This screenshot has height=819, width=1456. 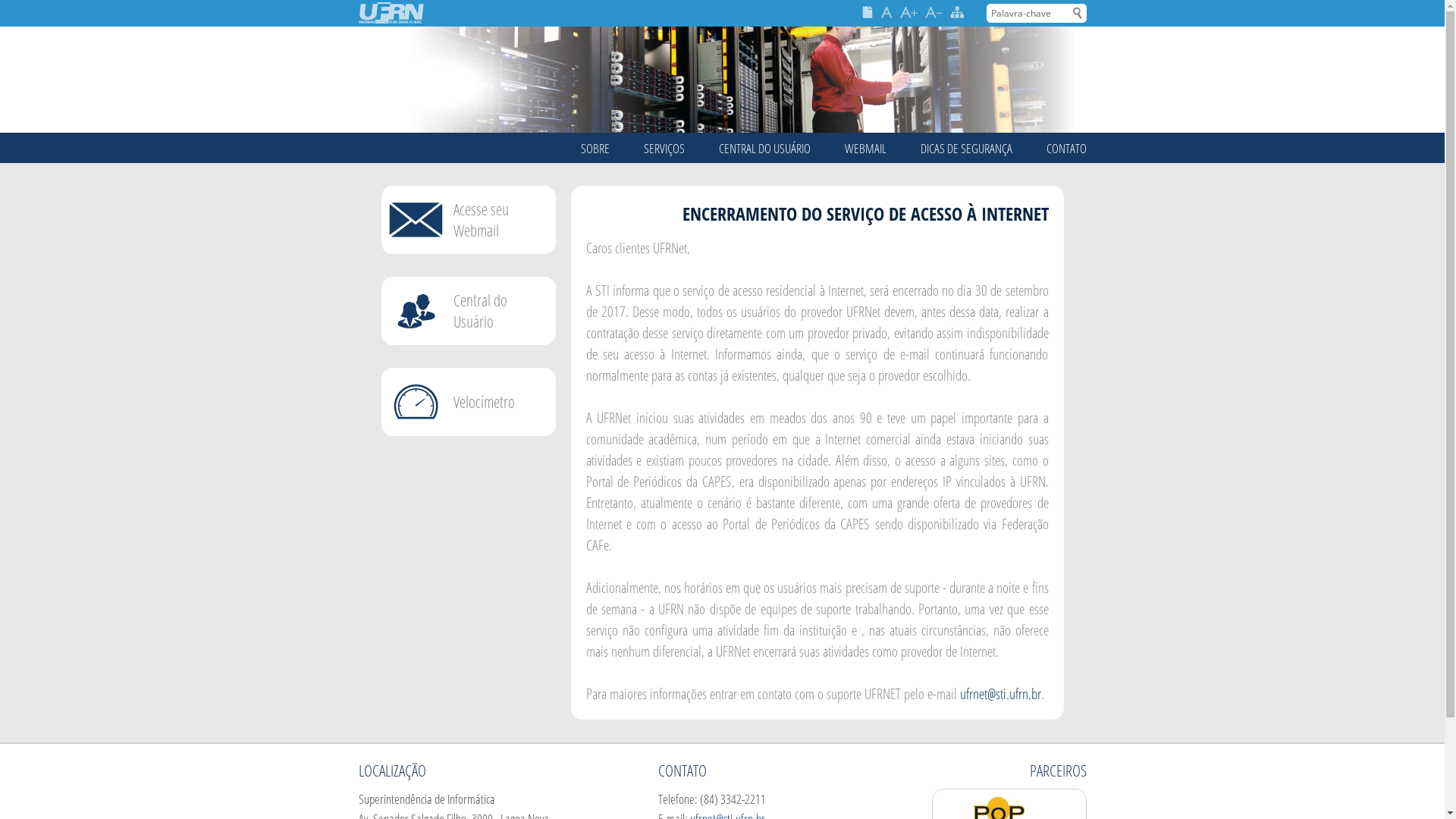 What do you see at coordinates (1065, 148) in the screenshot?
I see `'CONTATO'` at bounding box center [1065, 148].